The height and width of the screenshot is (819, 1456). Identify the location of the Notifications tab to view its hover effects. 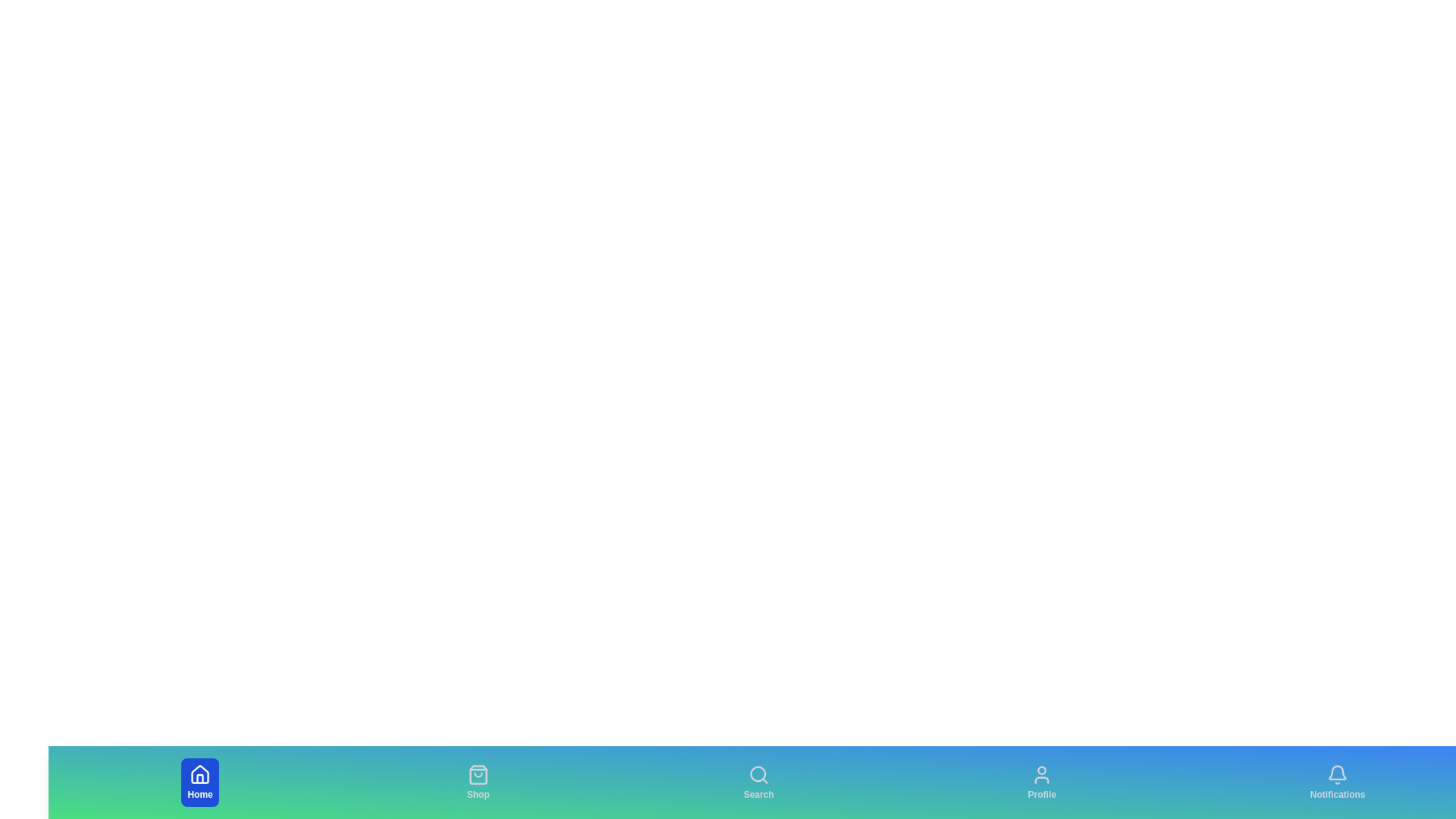
(1338, 783).